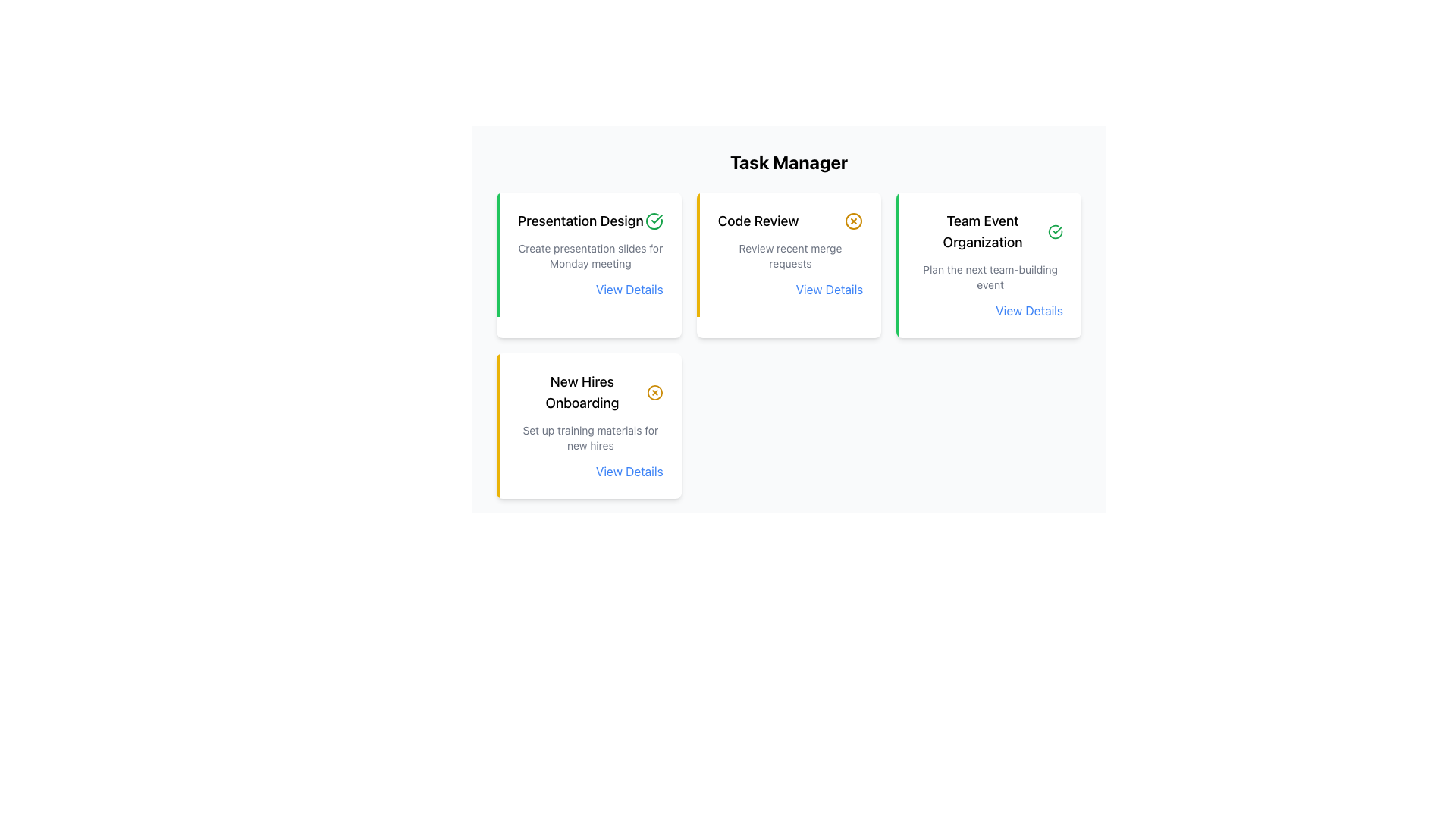 The image size is (1456, 819). Describe the element at coordinates (789, 162) in the screenshot. I see `the header text element located at the top central area of the task management interface, which provides context for the content below` at that location.